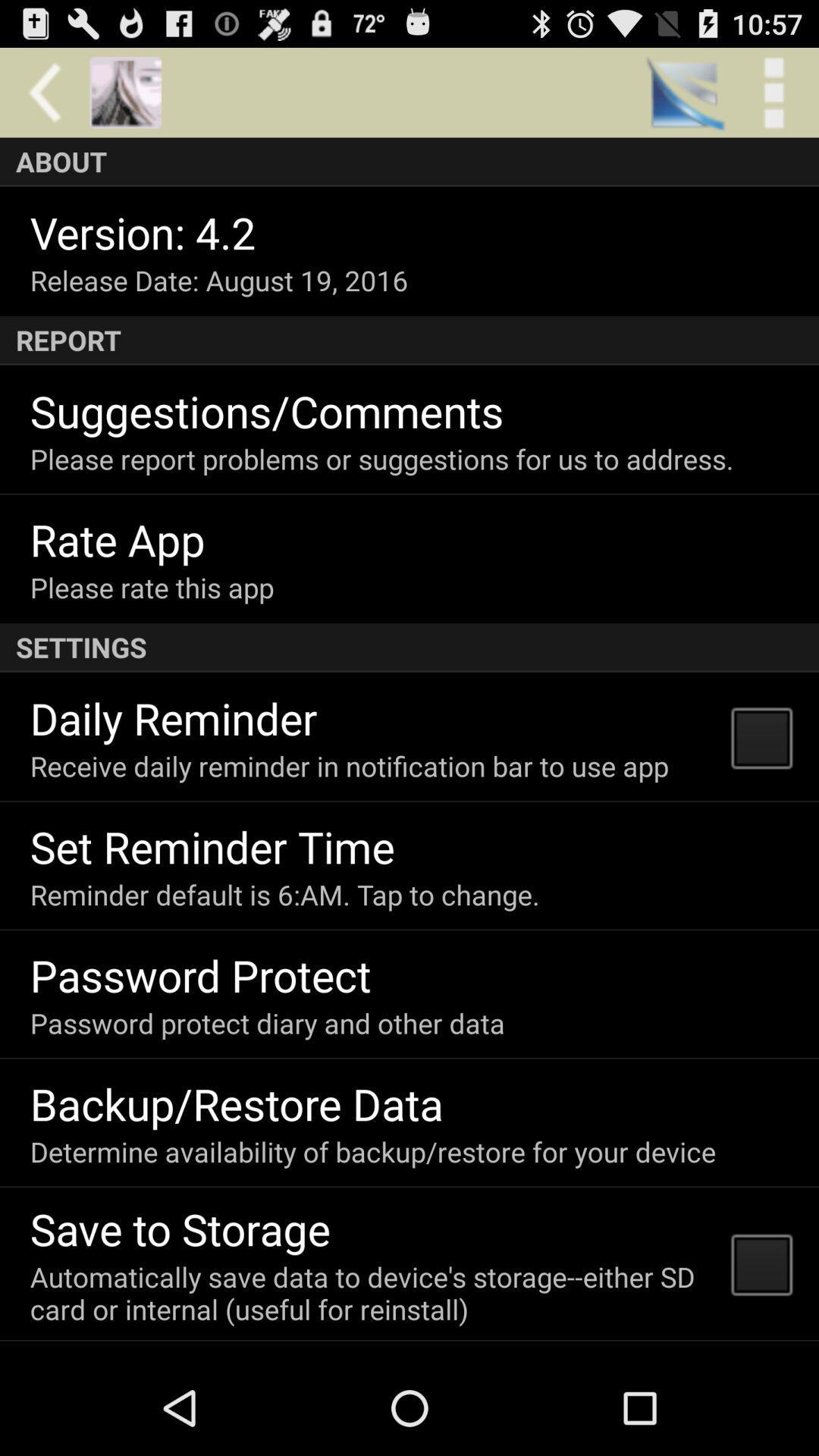  I want to click on the item above the password protect item, so click(284, 894).